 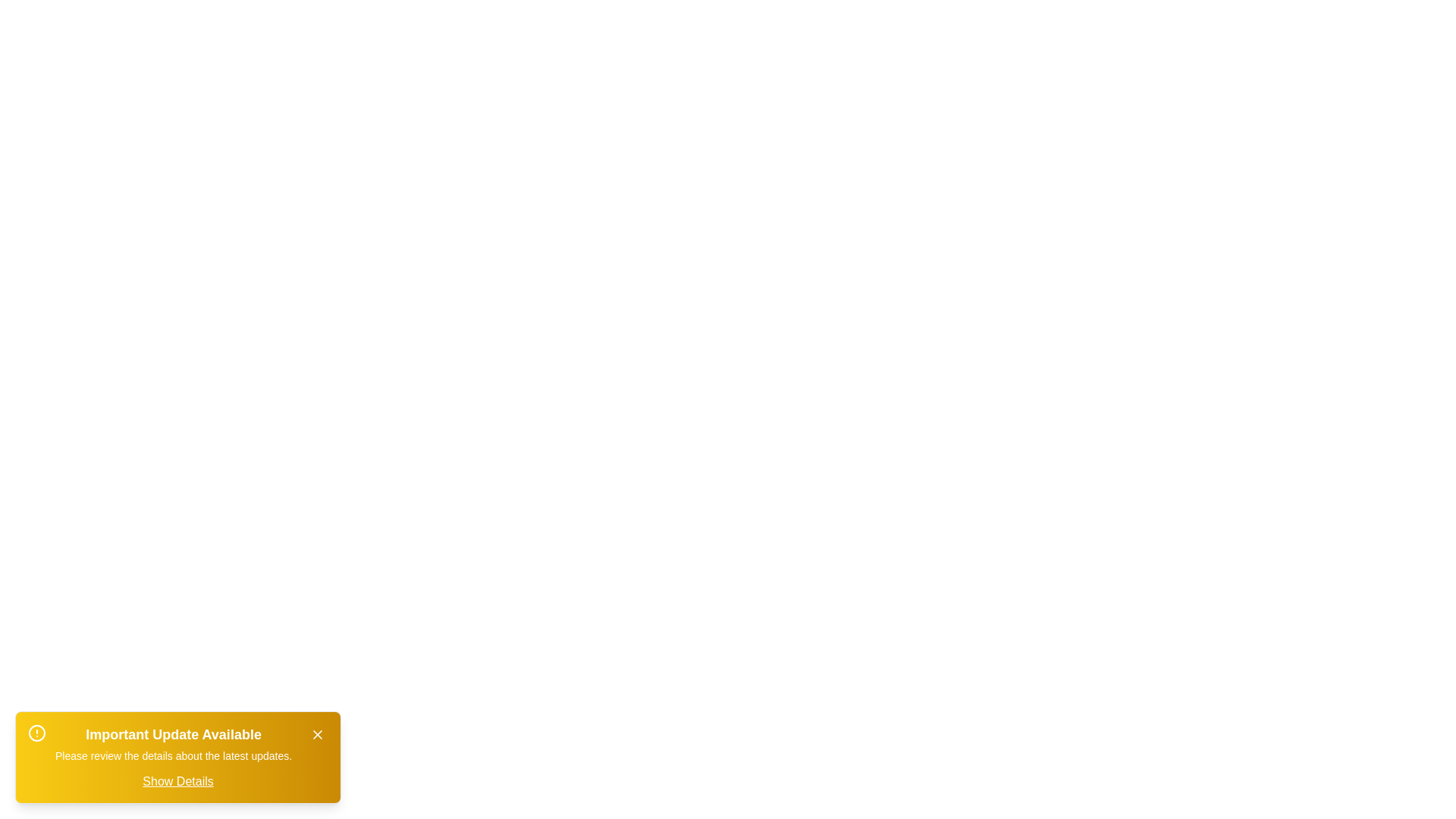 What do you see at coordinates (178, 781) in the screenshot?
I see `the 'Show Details' button to toggle the visibility of detailed information` at bounding box center [178, 781].